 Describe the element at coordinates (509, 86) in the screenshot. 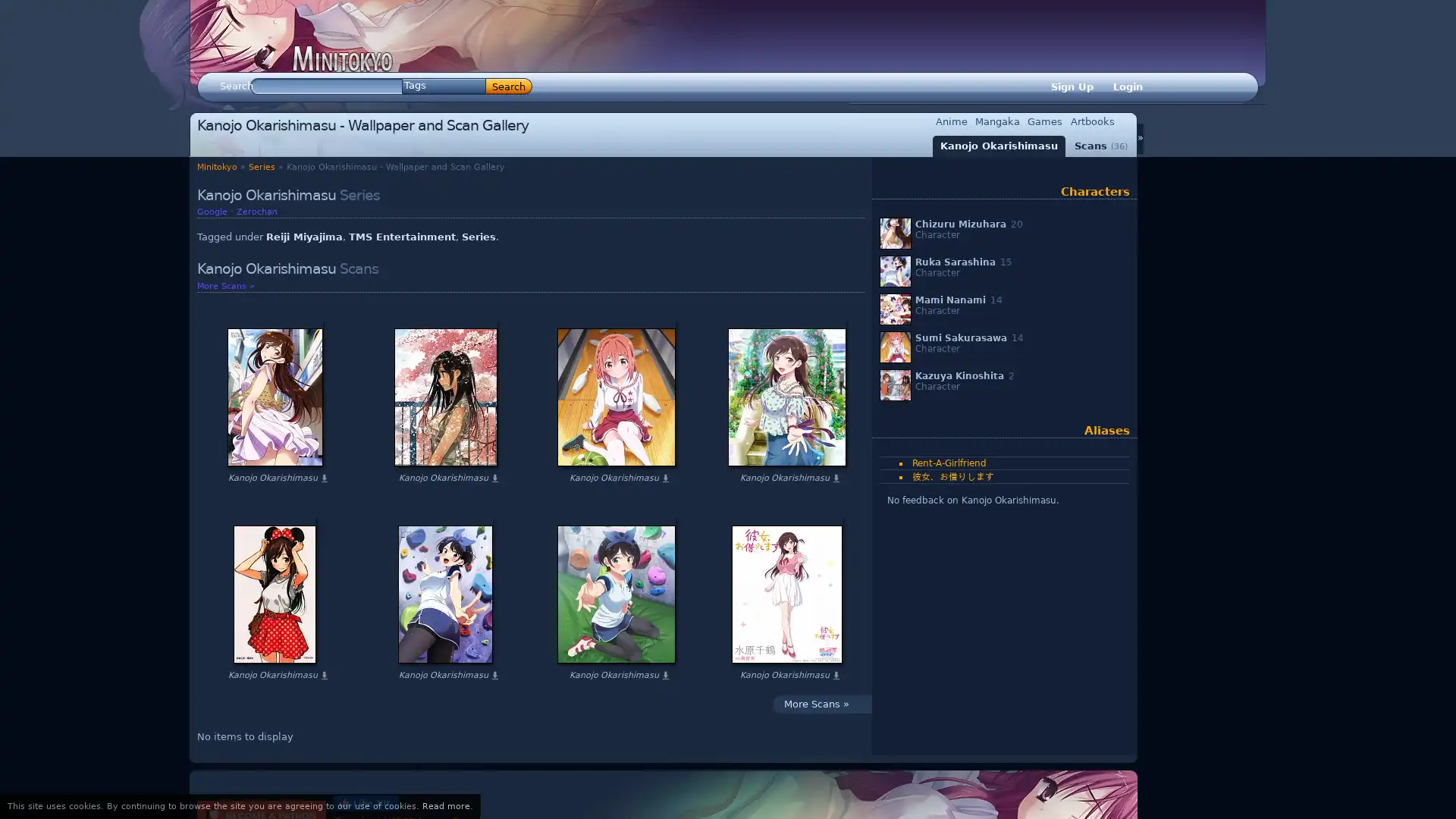

I see `Search` at that location.